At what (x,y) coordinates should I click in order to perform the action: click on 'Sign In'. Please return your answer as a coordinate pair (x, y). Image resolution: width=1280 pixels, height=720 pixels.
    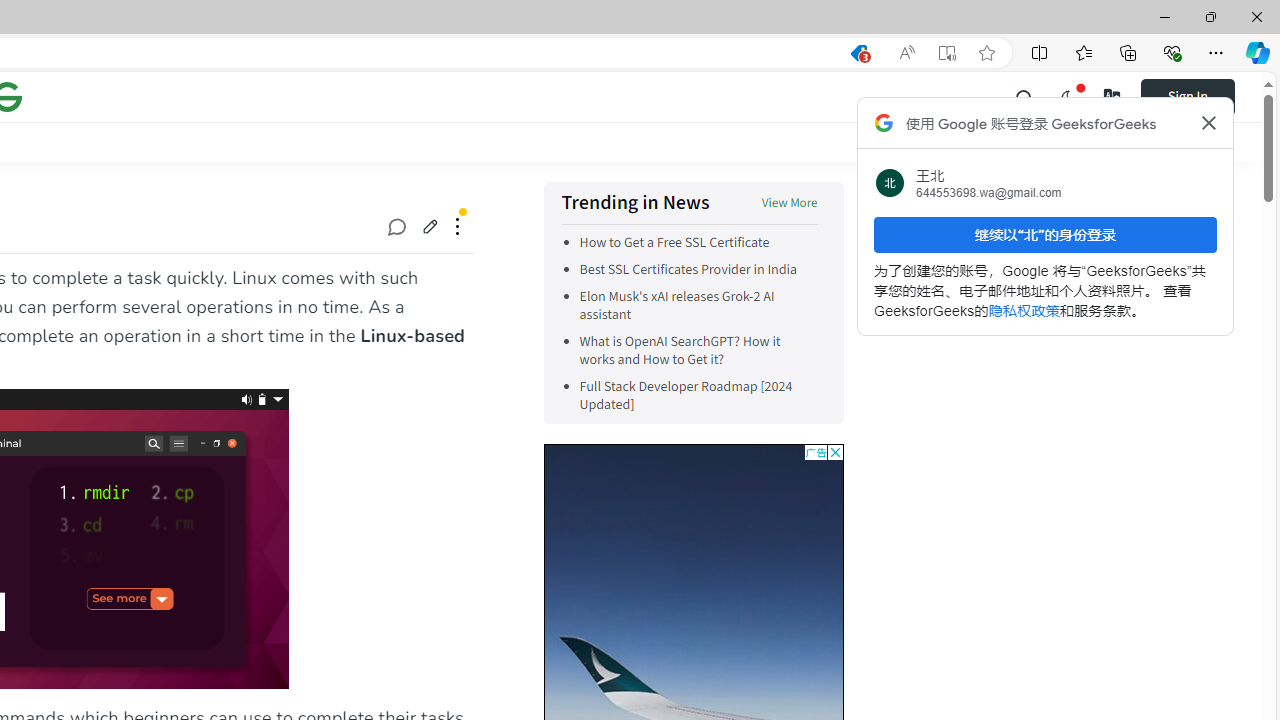
    Looking at the image, I should click on (1187, 96).